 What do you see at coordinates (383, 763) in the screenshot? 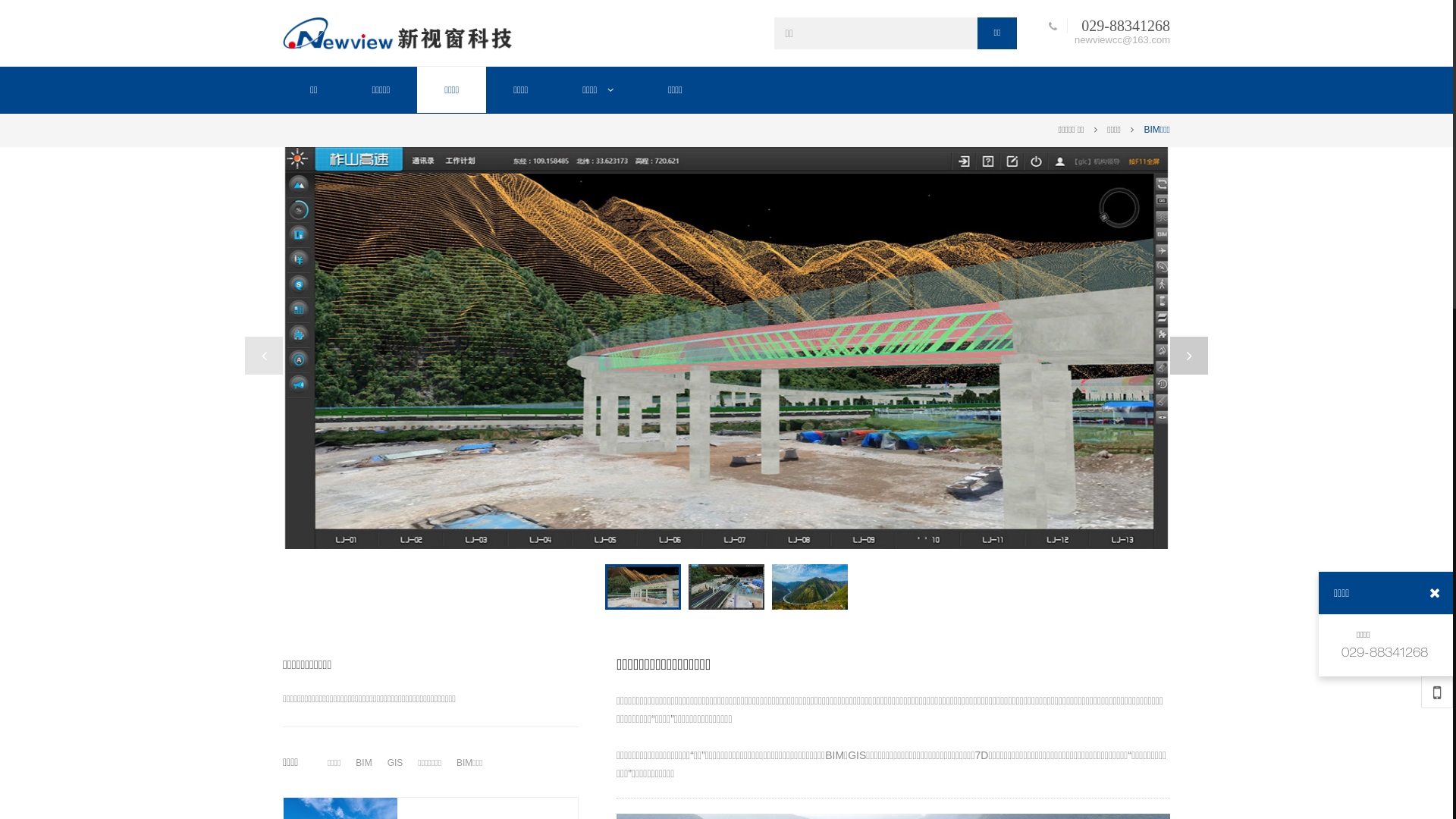
I see `'GIS'` at bounding box center [383, 763].